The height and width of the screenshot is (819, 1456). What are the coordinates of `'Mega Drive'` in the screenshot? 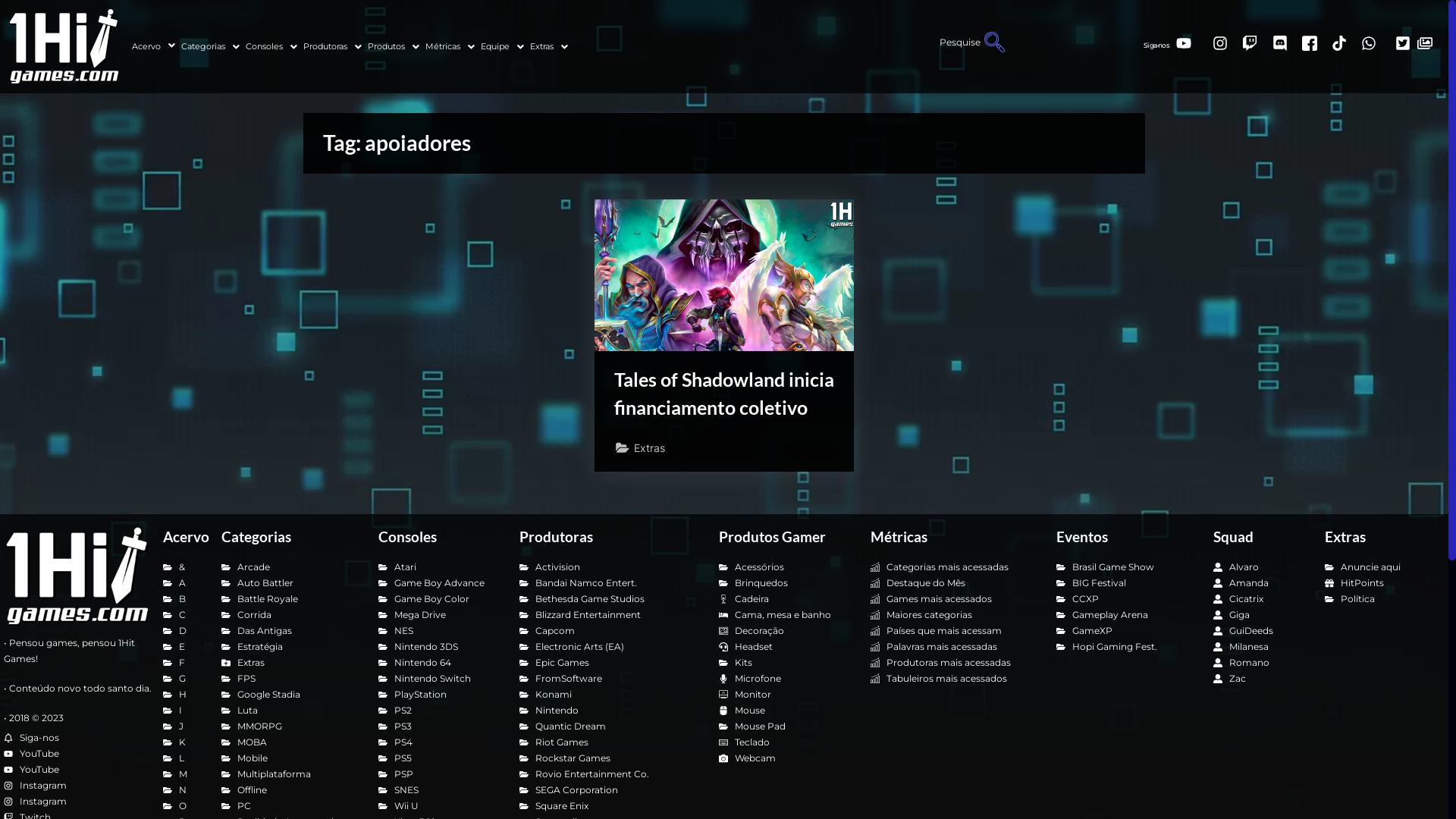 It's located at (440, 614).